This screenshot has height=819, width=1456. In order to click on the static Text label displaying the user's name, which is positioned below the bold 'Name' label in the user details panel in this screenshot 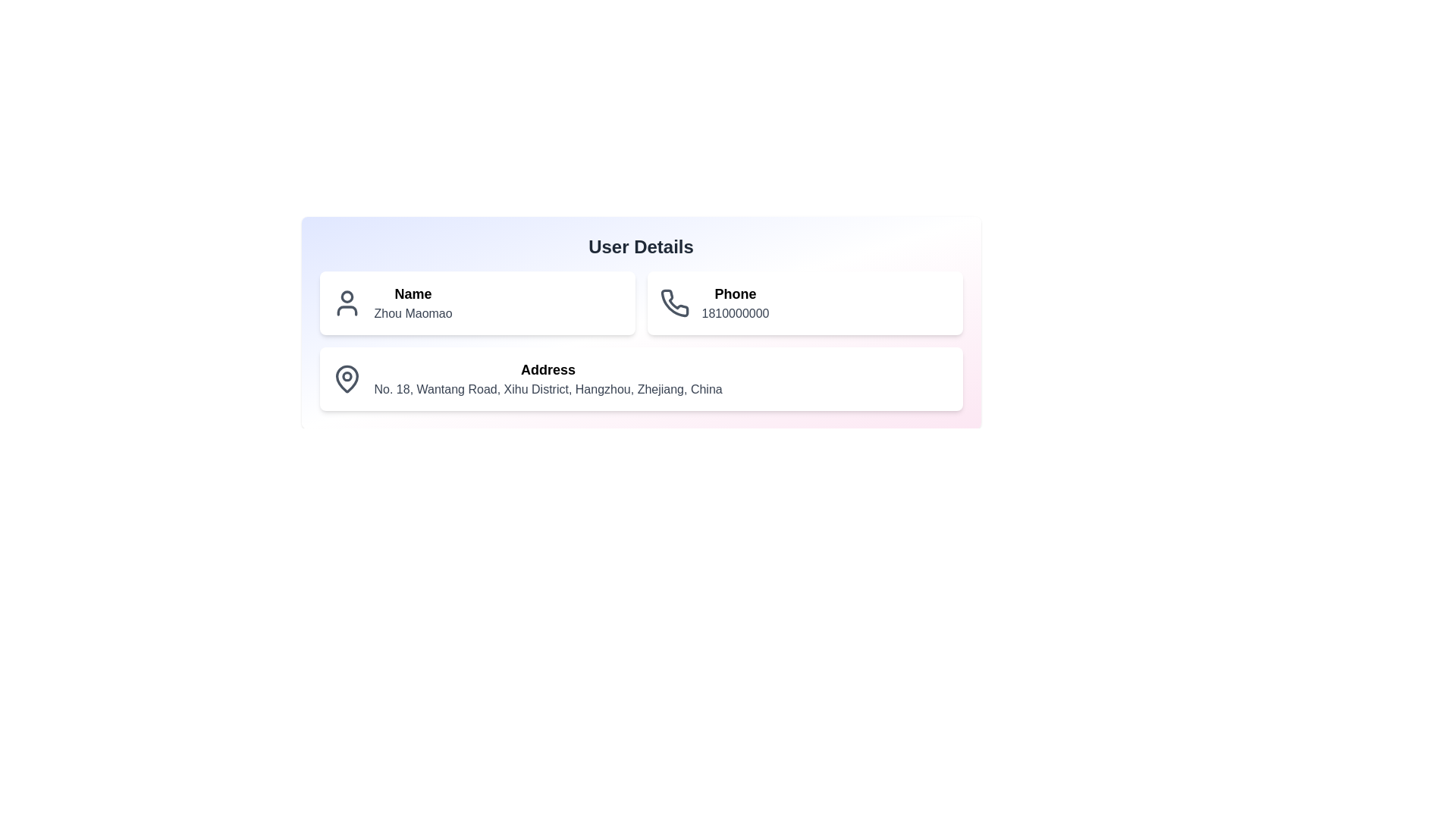, I will do `click(413, 312)`.